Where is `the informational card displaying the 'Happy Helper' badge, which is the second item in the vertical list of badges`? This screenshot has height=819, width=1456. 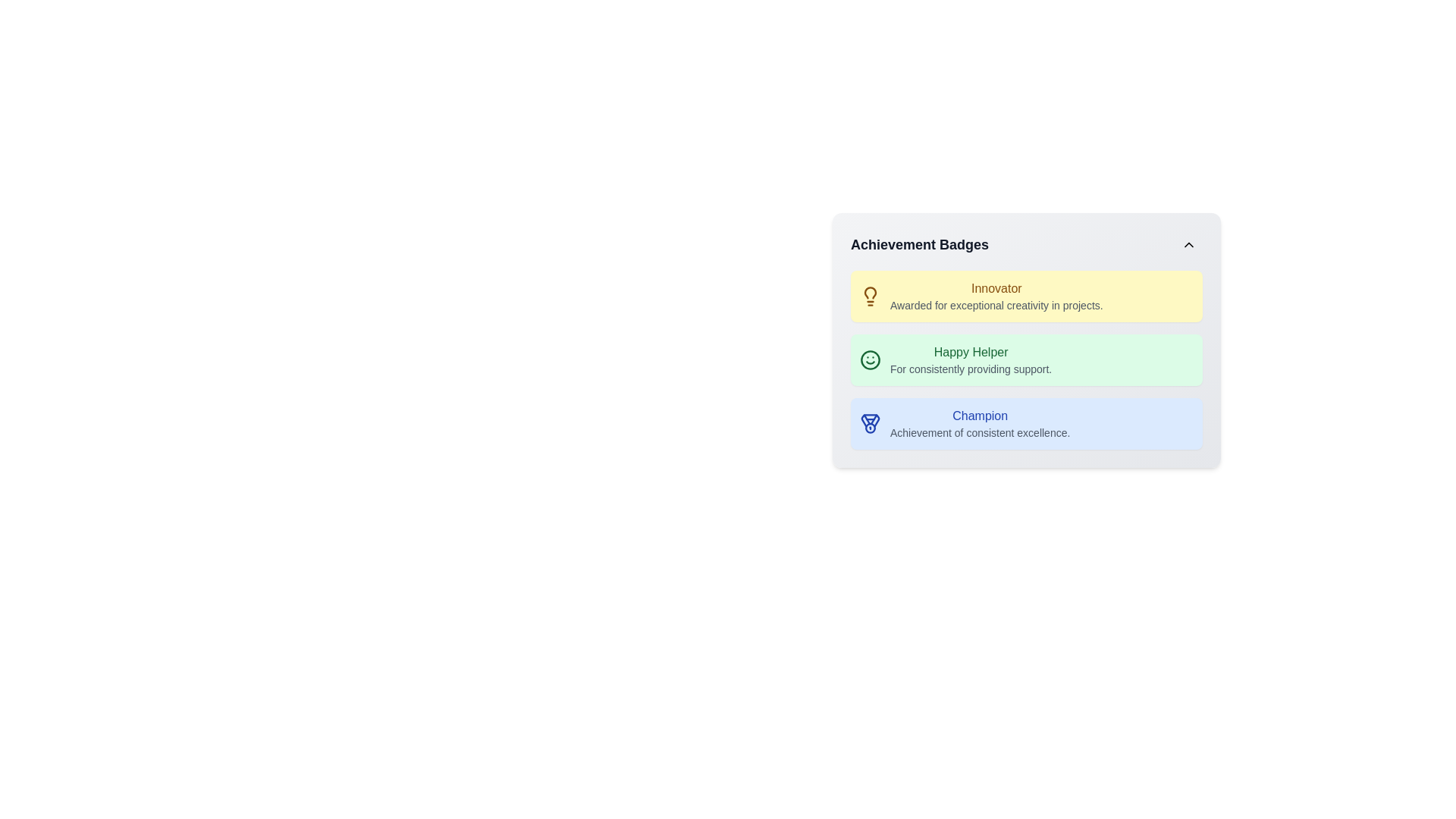
the informational card displaying the 'Happy Helper' badge, which is the second item in the vertical list of badges is located at coordinates (1026, 339).